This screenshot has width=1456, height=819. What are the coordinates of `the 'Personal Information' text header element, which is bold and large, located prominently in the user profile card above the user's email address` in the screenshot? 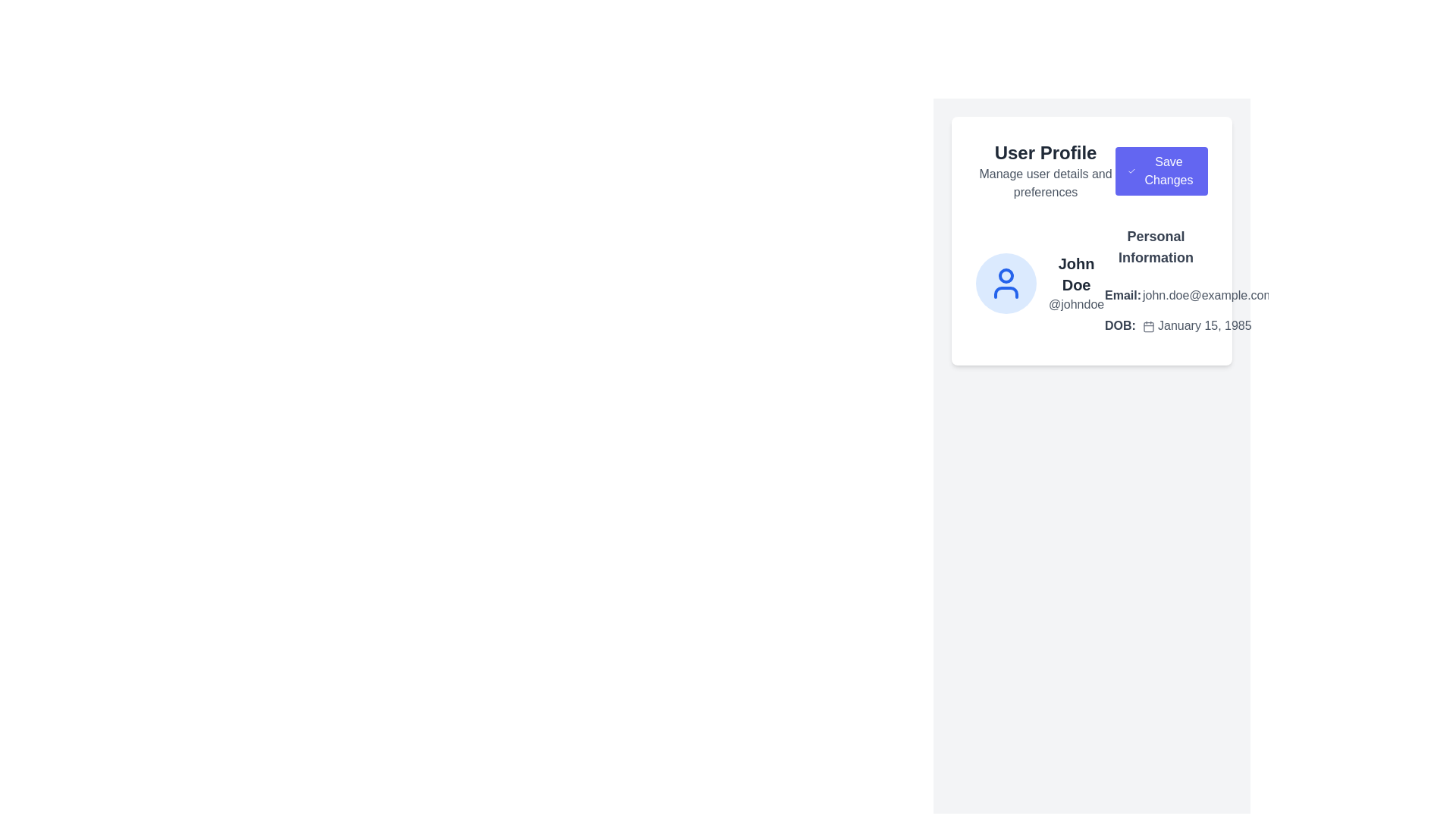 It's located at (1155, 246).